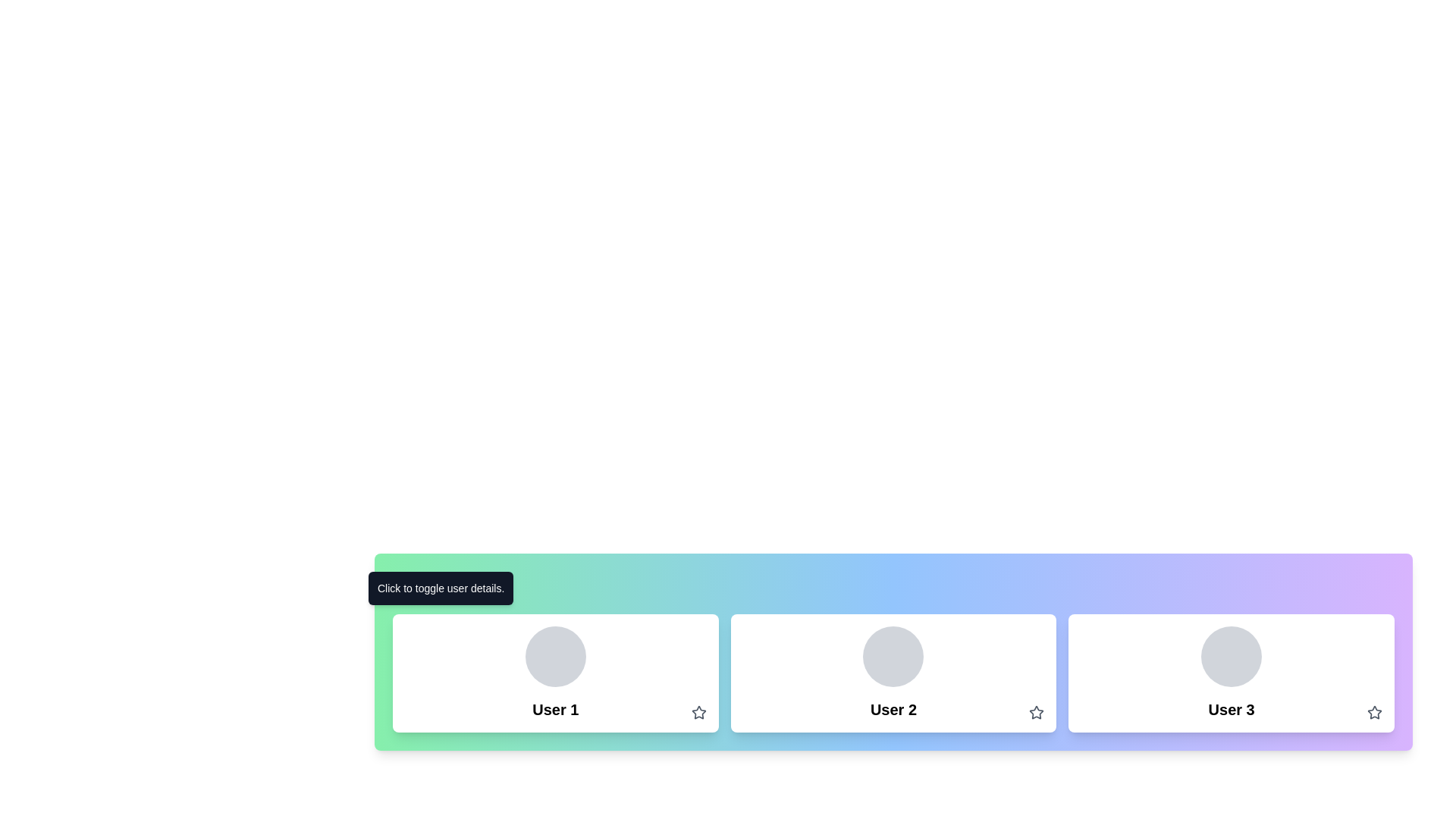  Describe the element at coordinates (440, 587) in the screenshot. I see `the tooltip-style informational box with a dark gray background and white text that reads 'Click to toggle user details.'` at that location.